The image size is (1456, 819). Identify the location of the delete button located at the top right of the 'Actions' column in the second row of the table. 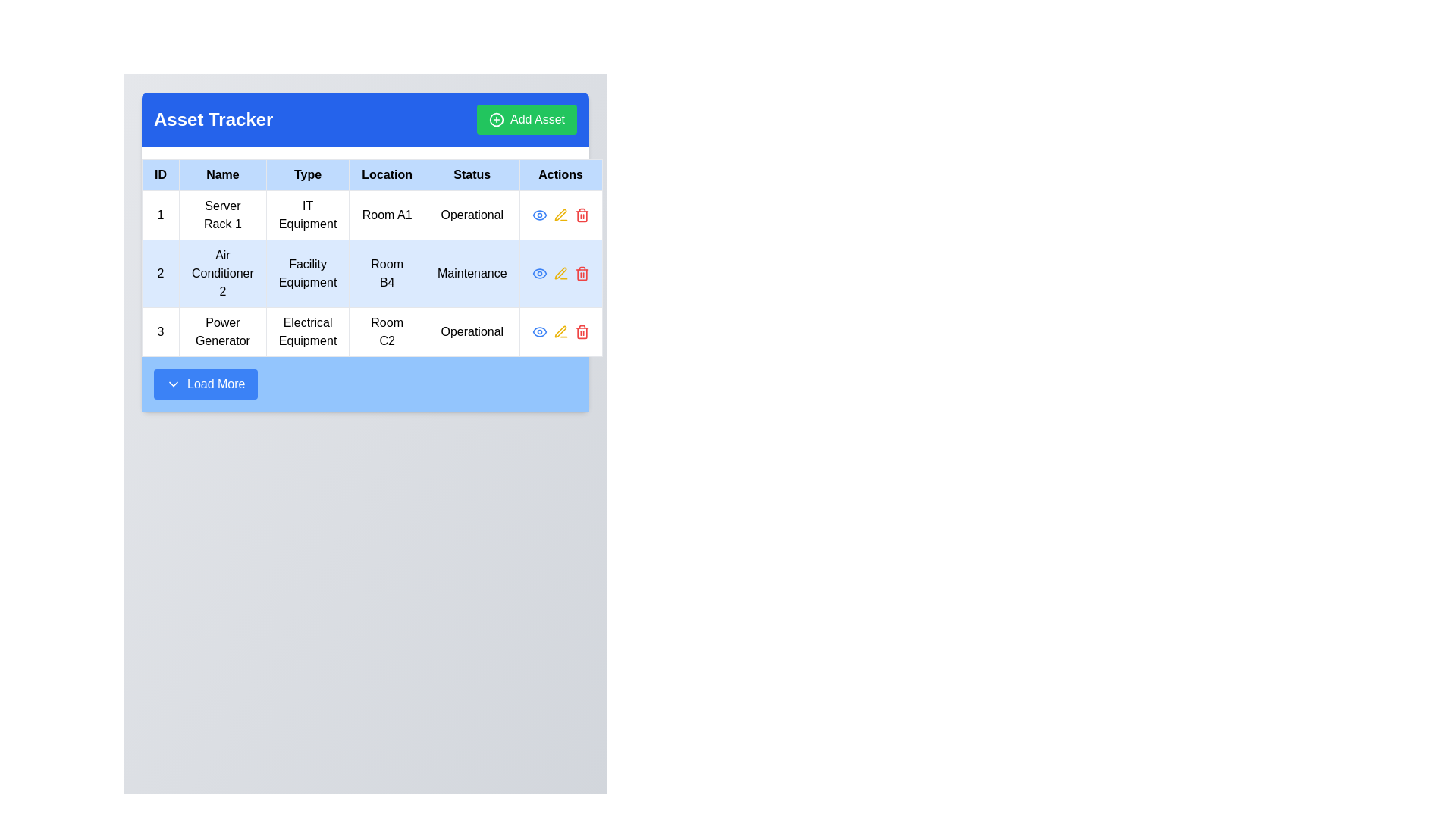
(581, 215).